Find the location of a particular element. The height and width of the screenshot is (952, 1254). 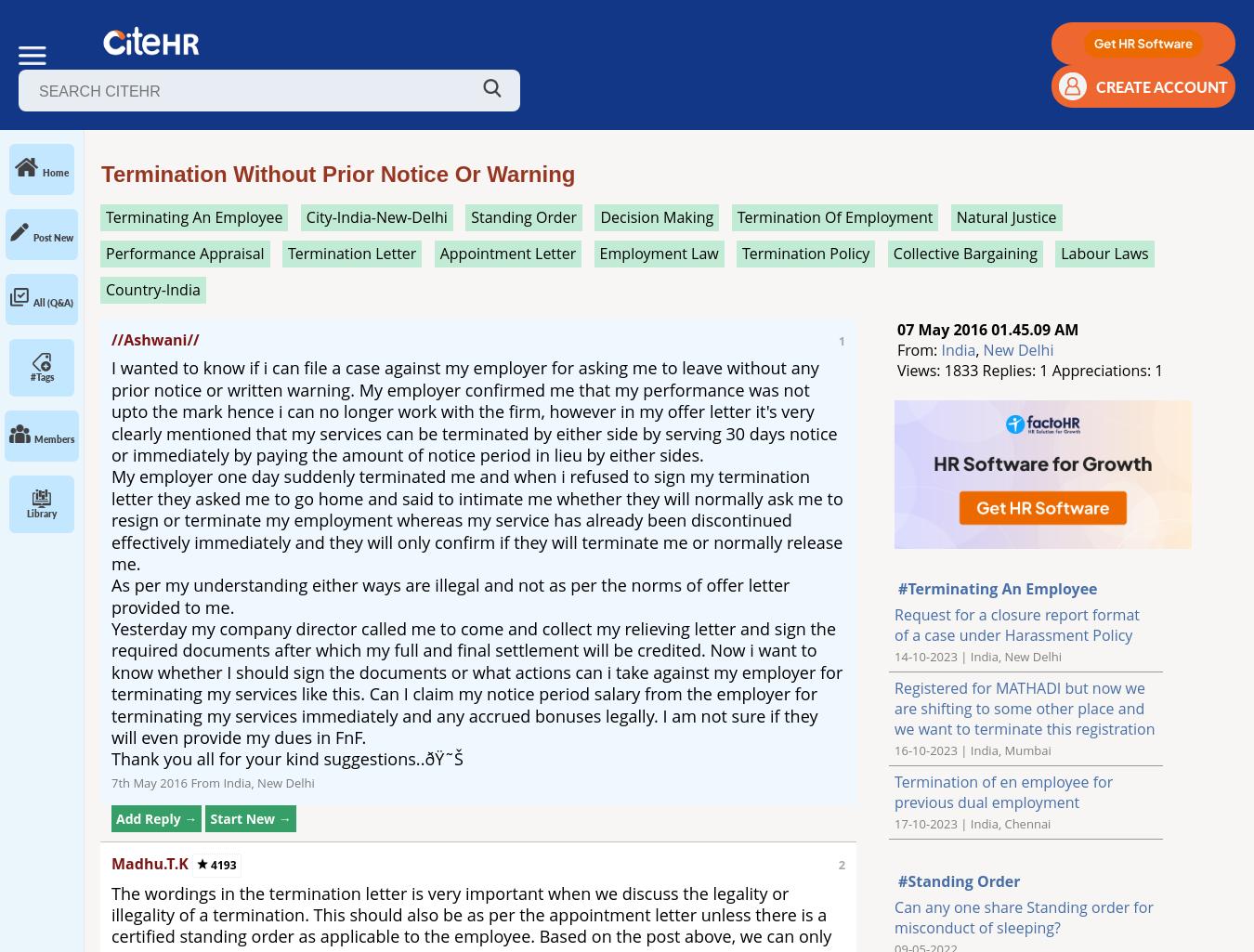

'India' is located at coordinates (958, 349).